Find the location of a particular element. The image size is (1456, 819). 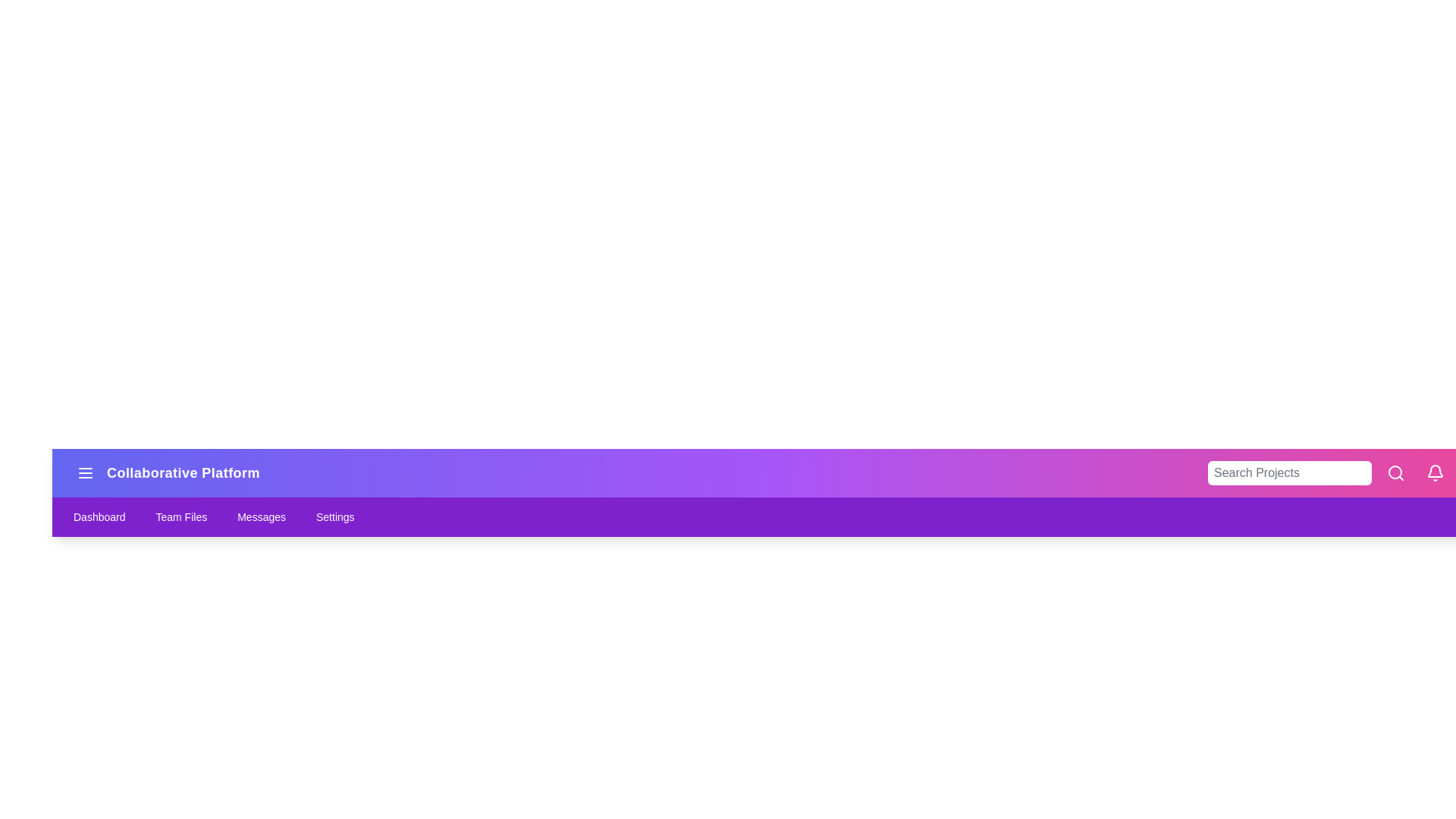

the search icon button located on the top-right section of the header bar, immediately to the right of the 'Search Projects' input field is located at coordinates (1395, 472).